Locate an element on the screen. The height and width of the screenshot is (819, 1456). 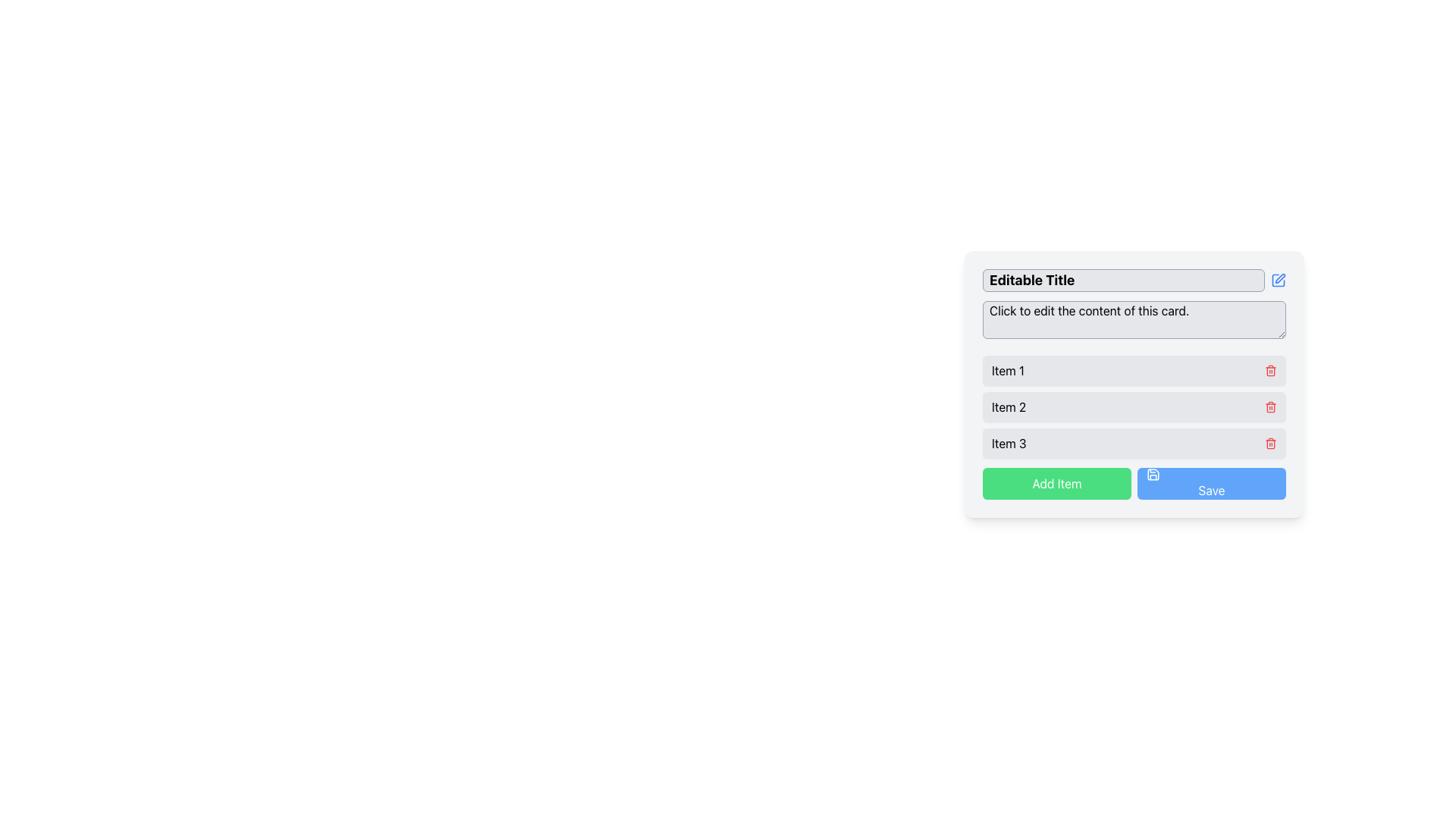
the 'Editable Title' text field for keyboard input by clicking on it is located at coordinates (1134, 281).